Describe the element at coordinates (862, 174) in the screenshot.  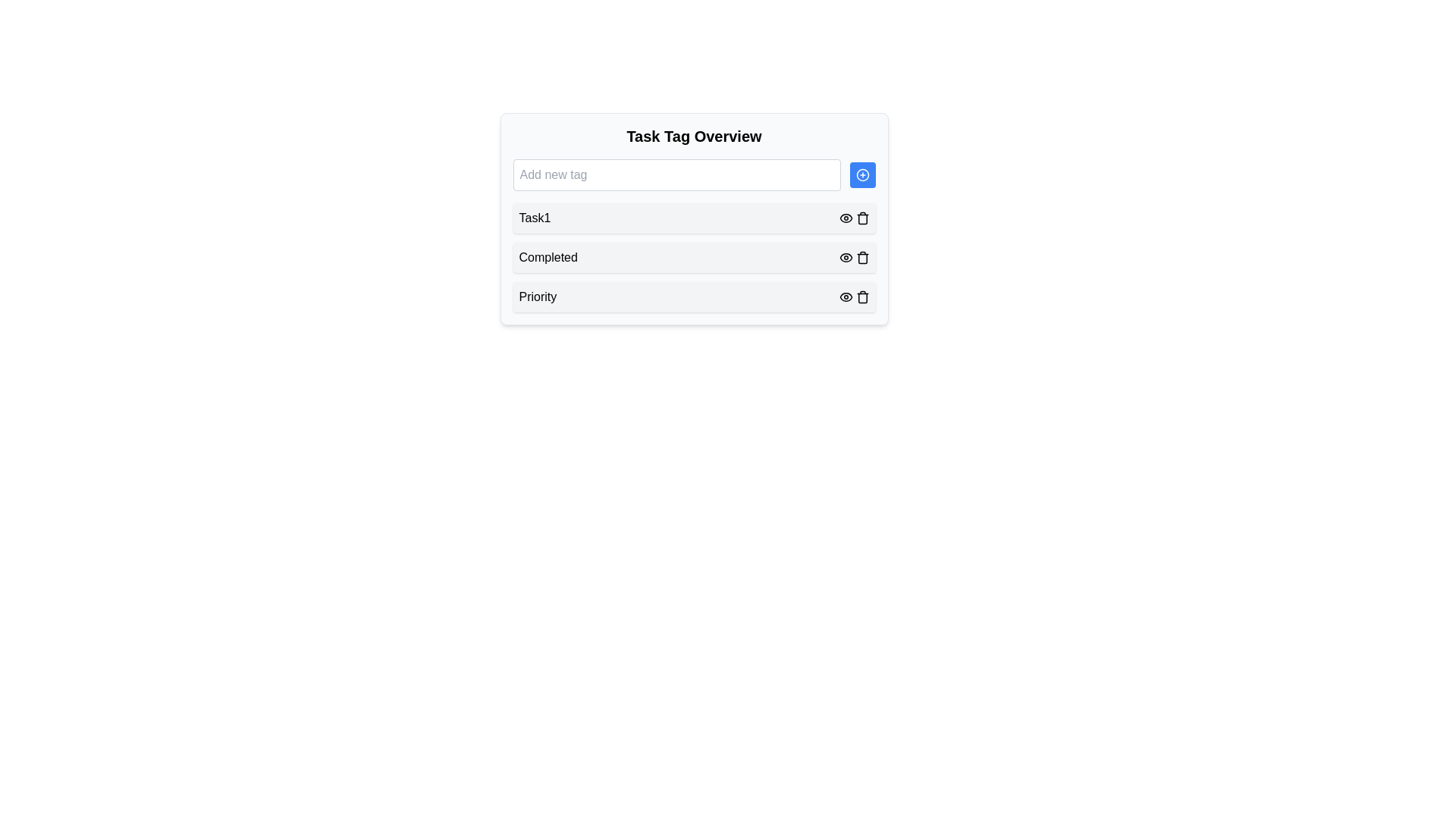
I see `the icon-based button located to the right of the 'Add new tag' text input field within the 'Task Tag Overview' panel` at that location.